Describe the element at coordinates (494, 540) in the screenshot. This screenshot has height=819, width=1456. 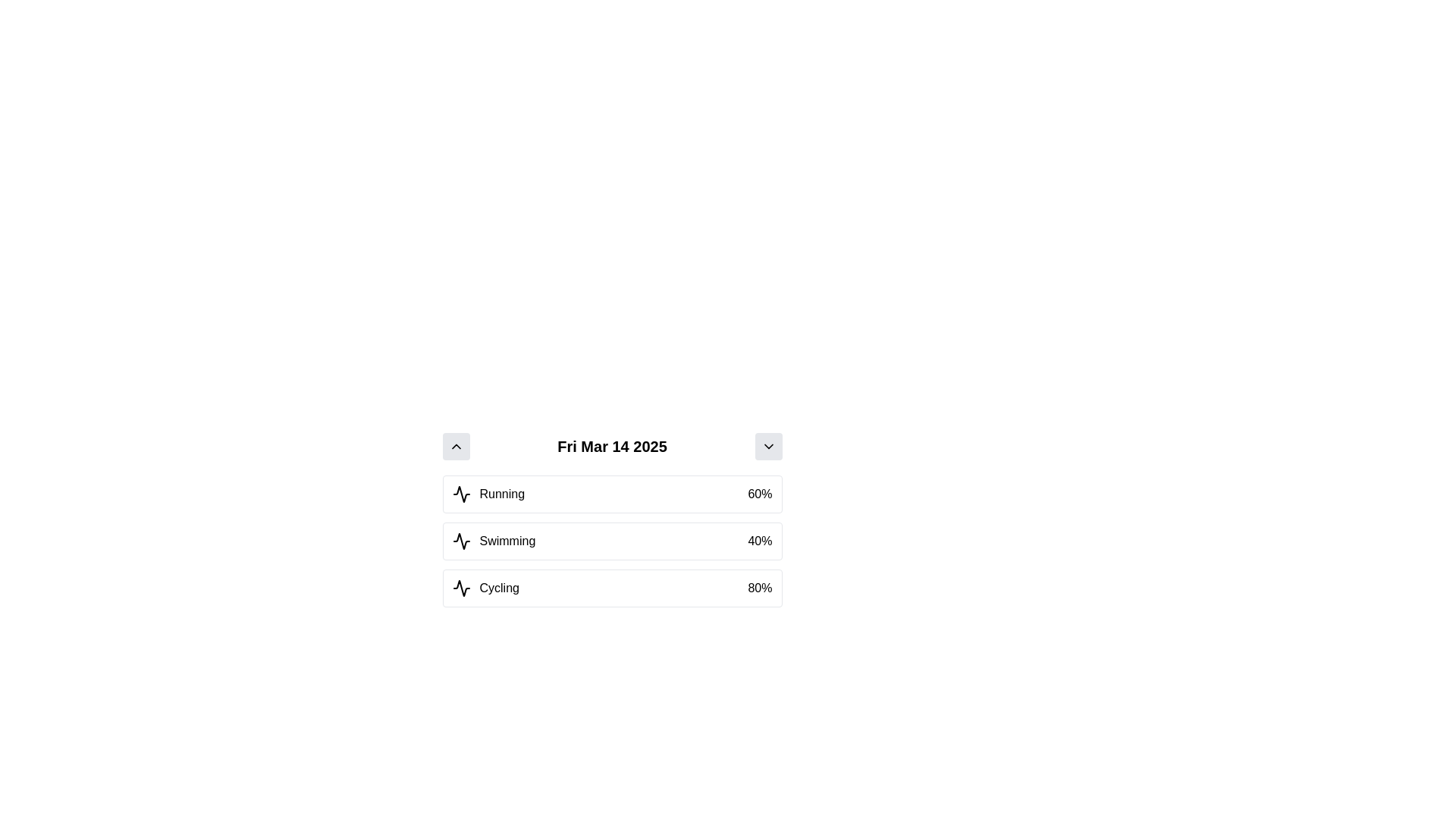
I see `the 'Swimming' text label, which is the second item in the list of activities, located between 'Running' and 'Cycling', providing an informational role for users to identify the activity type` at that location.